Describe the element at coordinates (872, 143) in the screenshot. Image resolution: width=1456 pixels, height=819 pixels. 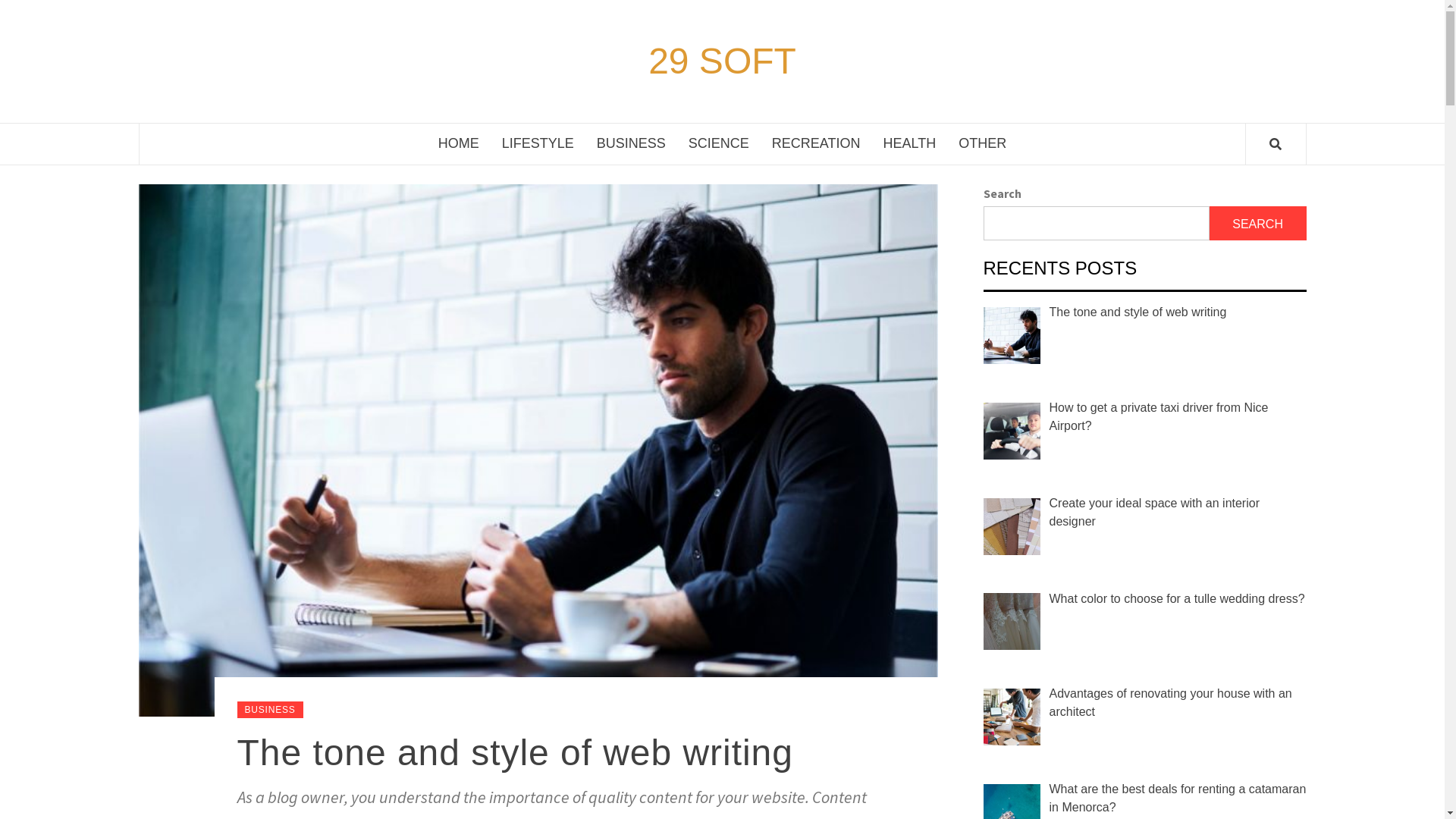
I see `'HEALTH'` at that location.